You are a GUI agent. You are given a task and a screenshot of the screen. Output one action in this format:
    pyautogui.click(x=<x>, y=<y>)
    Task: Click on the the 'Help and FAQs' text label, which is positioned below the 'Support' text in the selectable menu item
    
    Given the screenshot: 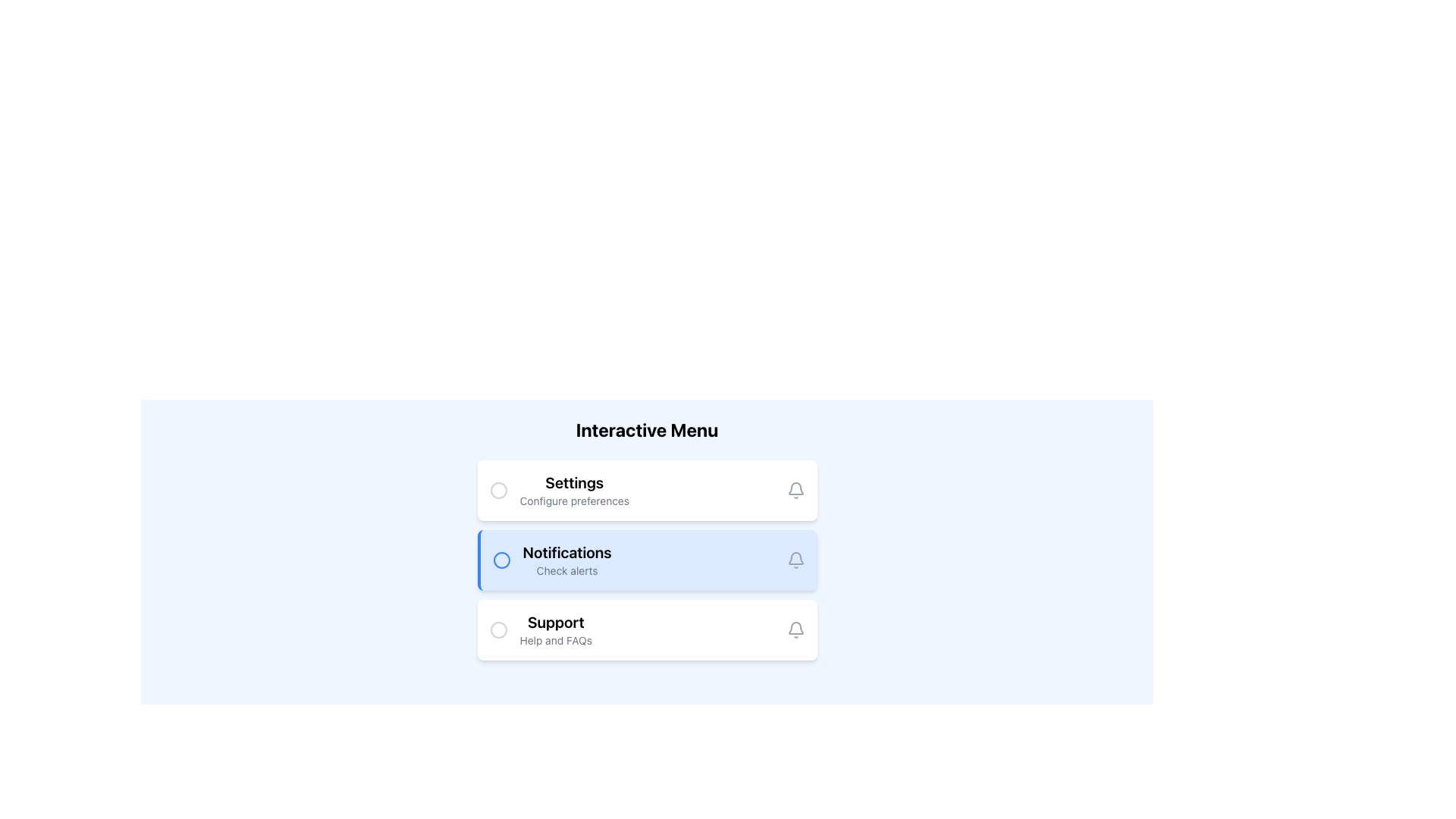 What is the action you would take?
    pyautogui.click(x=555, y=640)
    